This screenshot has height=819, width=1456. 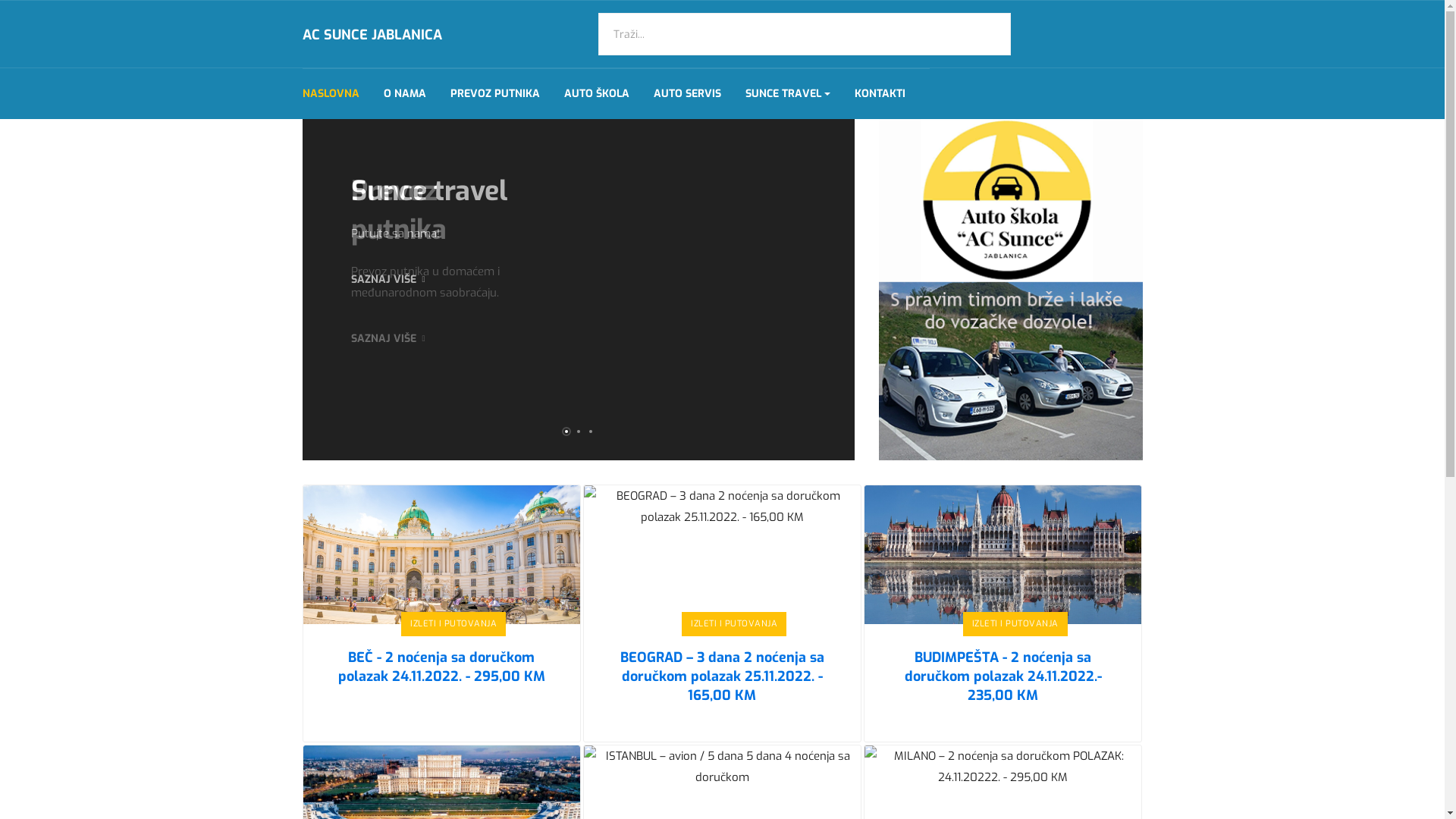 What do you see at coordinates (371, 34) in the screenshot?
I see `'AC SUNCE JABLANICA'` at bounding box center [371, 34].